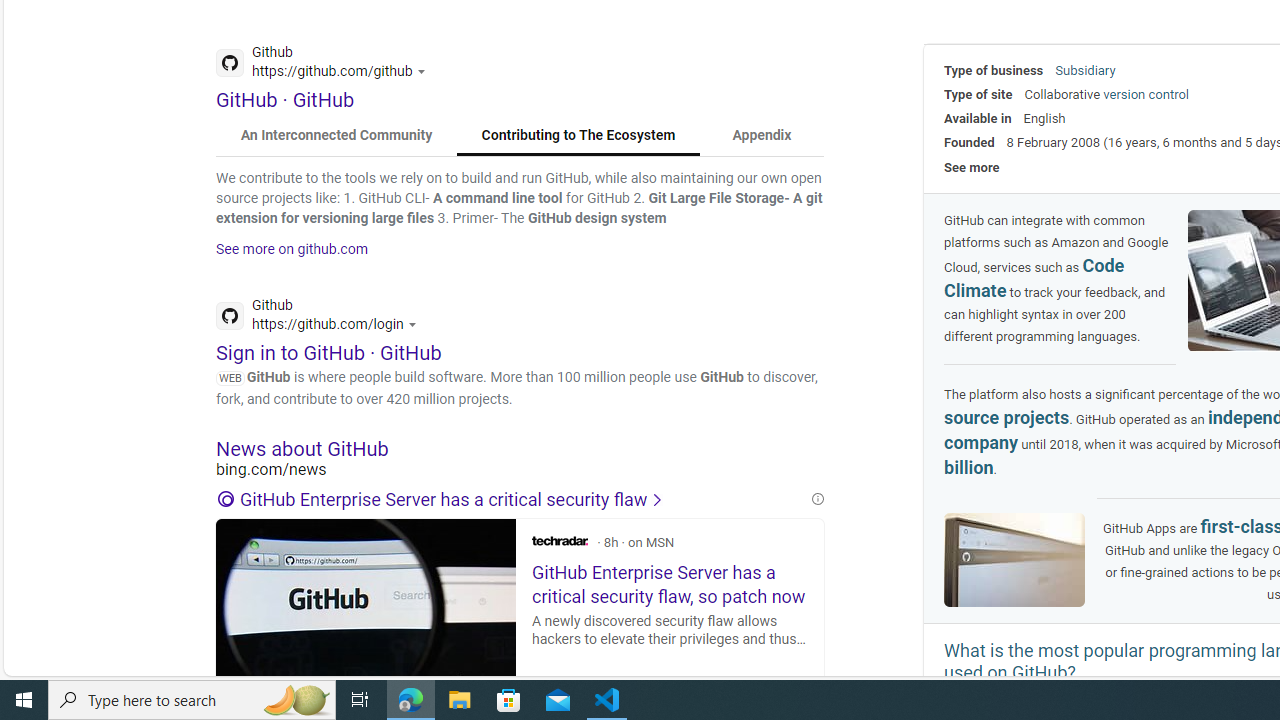  I want to click on 'Available in', so click(978, 118).